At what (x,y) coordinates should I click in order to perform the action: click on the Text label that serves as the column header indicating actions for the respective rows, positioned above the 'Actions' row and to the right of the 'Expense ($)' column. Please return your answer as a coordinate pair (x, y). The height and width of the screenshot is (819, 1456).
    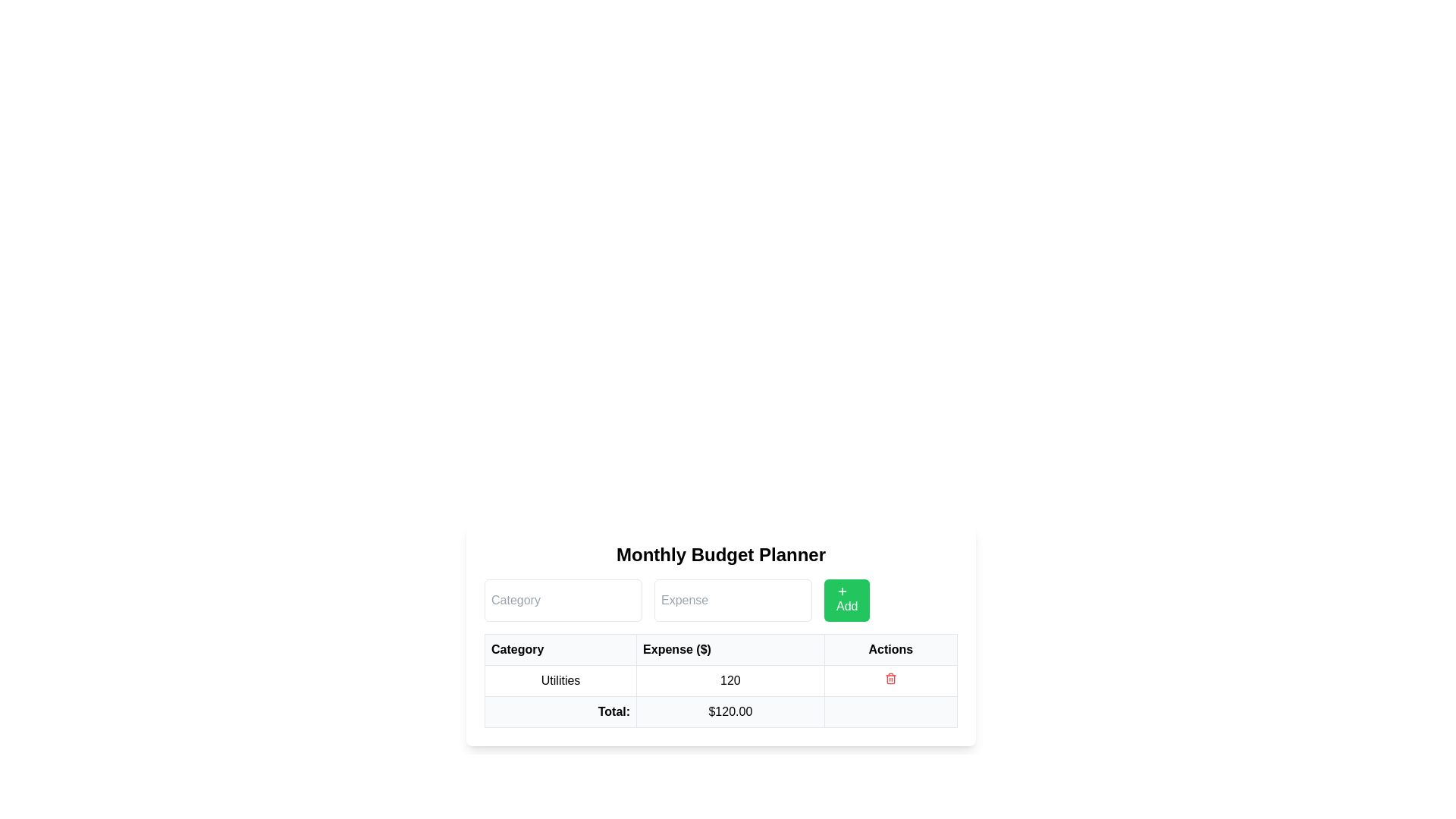
    Looking at the image, I should click on (890, 648).